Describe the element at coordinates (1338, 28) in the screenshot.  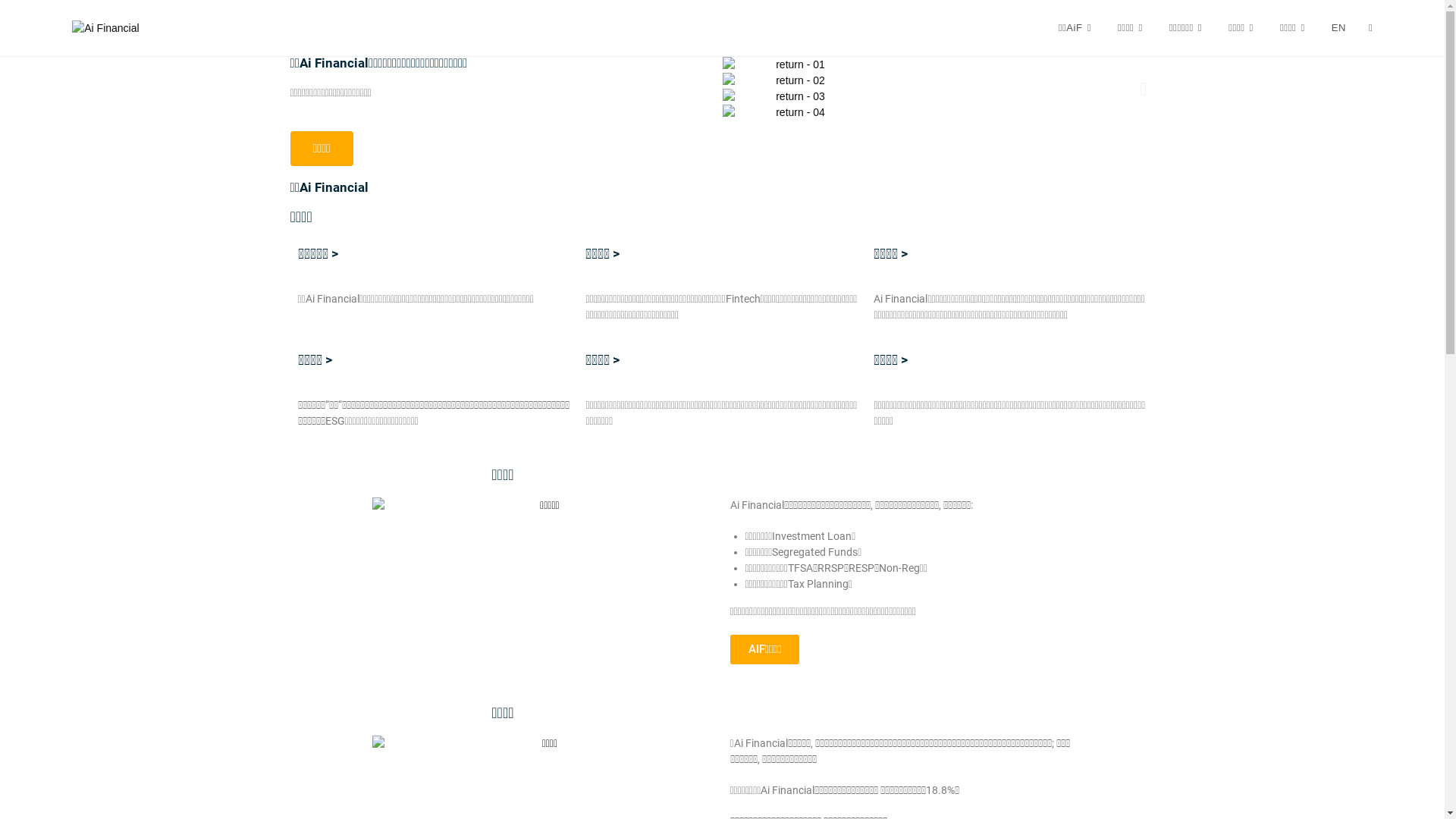
I see `'EN'` at that location.